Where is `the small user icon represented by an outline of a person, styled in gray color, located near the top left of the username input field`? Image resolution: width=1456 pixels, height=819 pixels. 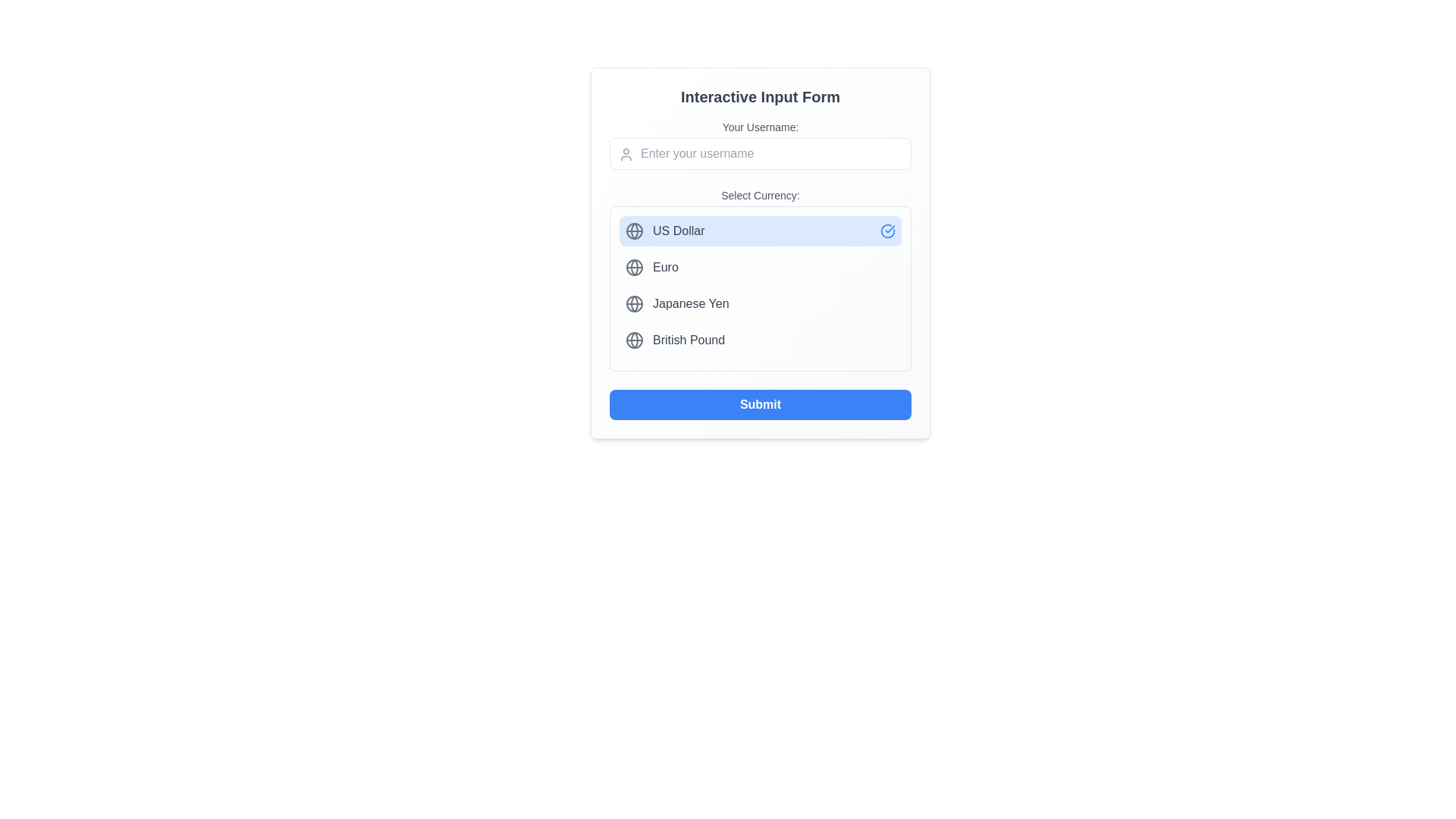 the small user icon represented by an outline of a person, styled in gray color, located near the top left of the username input field is located at coordinates (626, 155).